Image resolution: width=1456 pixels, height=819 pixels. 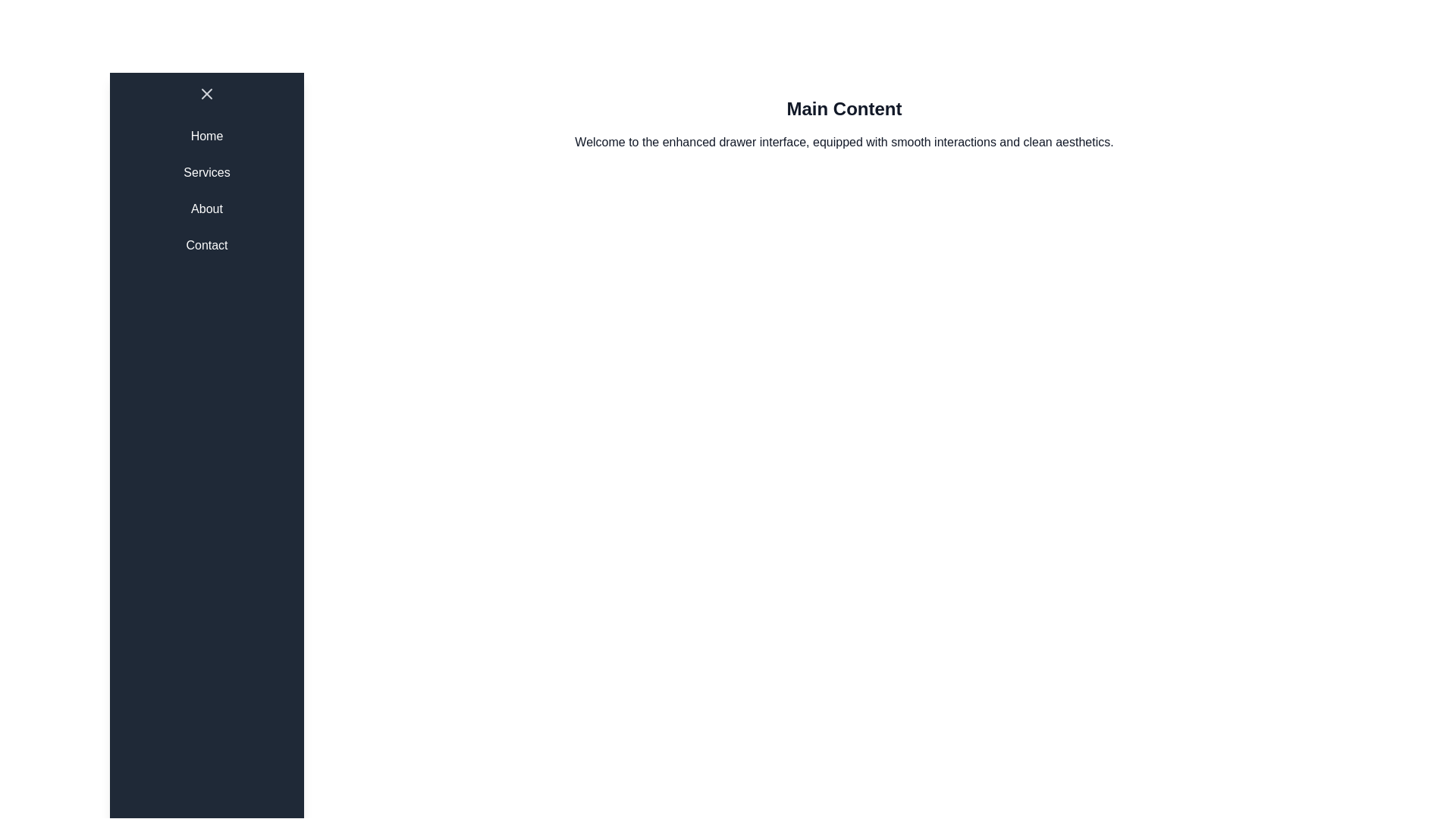 I want to click on the close button represented by an 'x' shape at the top of the sidebar menu, so click(x=206, y=93).